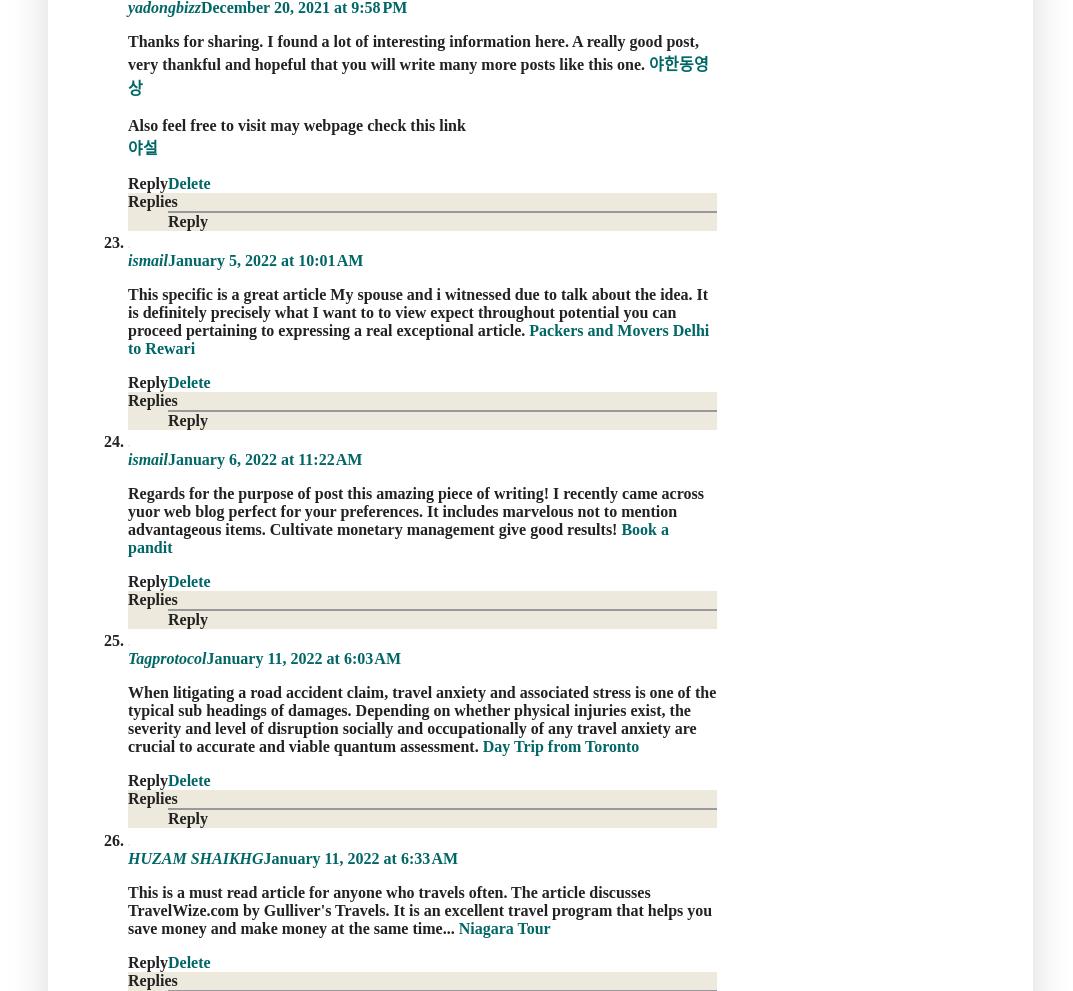 This screenshot has height=991, width=1073. What do you see at coordinates (127, 657) in the screenshot?
I see `'Tagprotocol'` at bounding box center [127, 657].